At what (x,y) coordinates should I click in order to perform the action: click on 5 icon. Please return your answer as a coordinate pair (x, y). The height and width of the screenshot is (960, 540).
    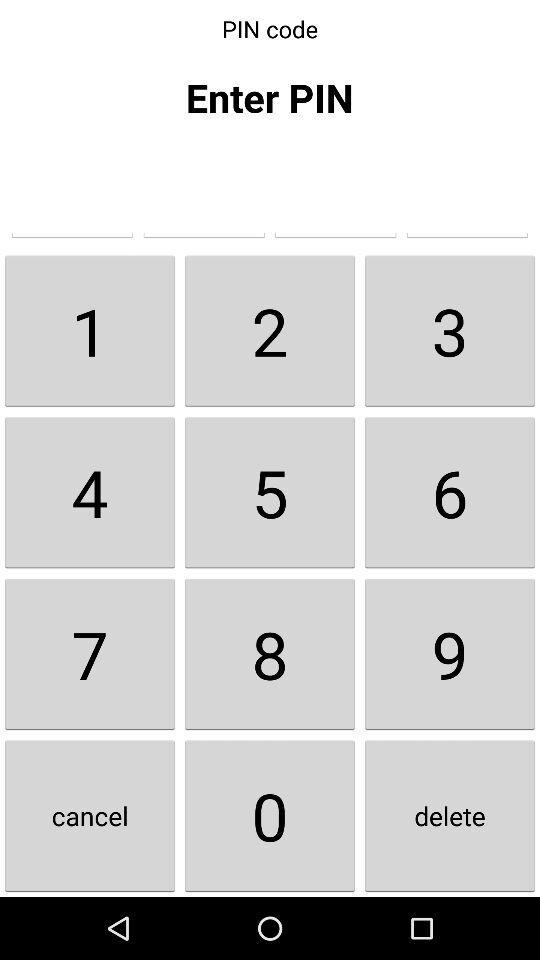
    Looking at the image, I should click on (270, 491).